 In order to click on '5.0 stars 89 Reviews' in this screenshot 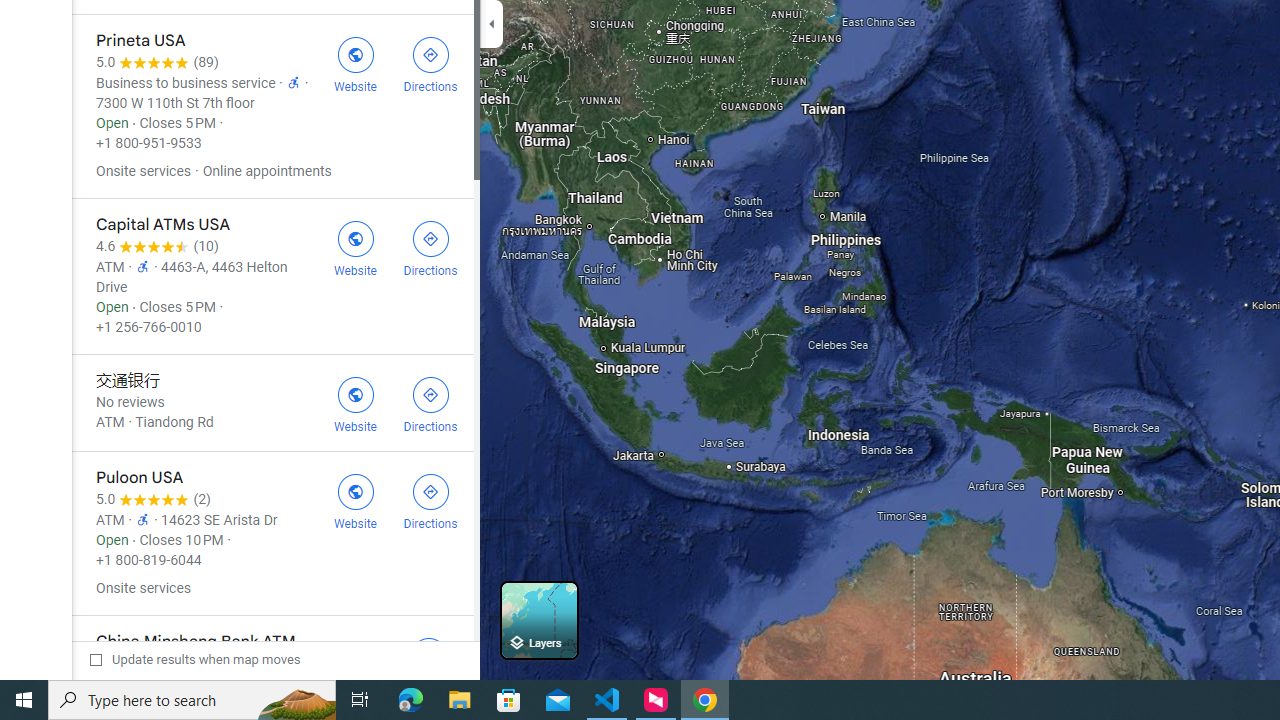, I will do `click(156, 61)`.